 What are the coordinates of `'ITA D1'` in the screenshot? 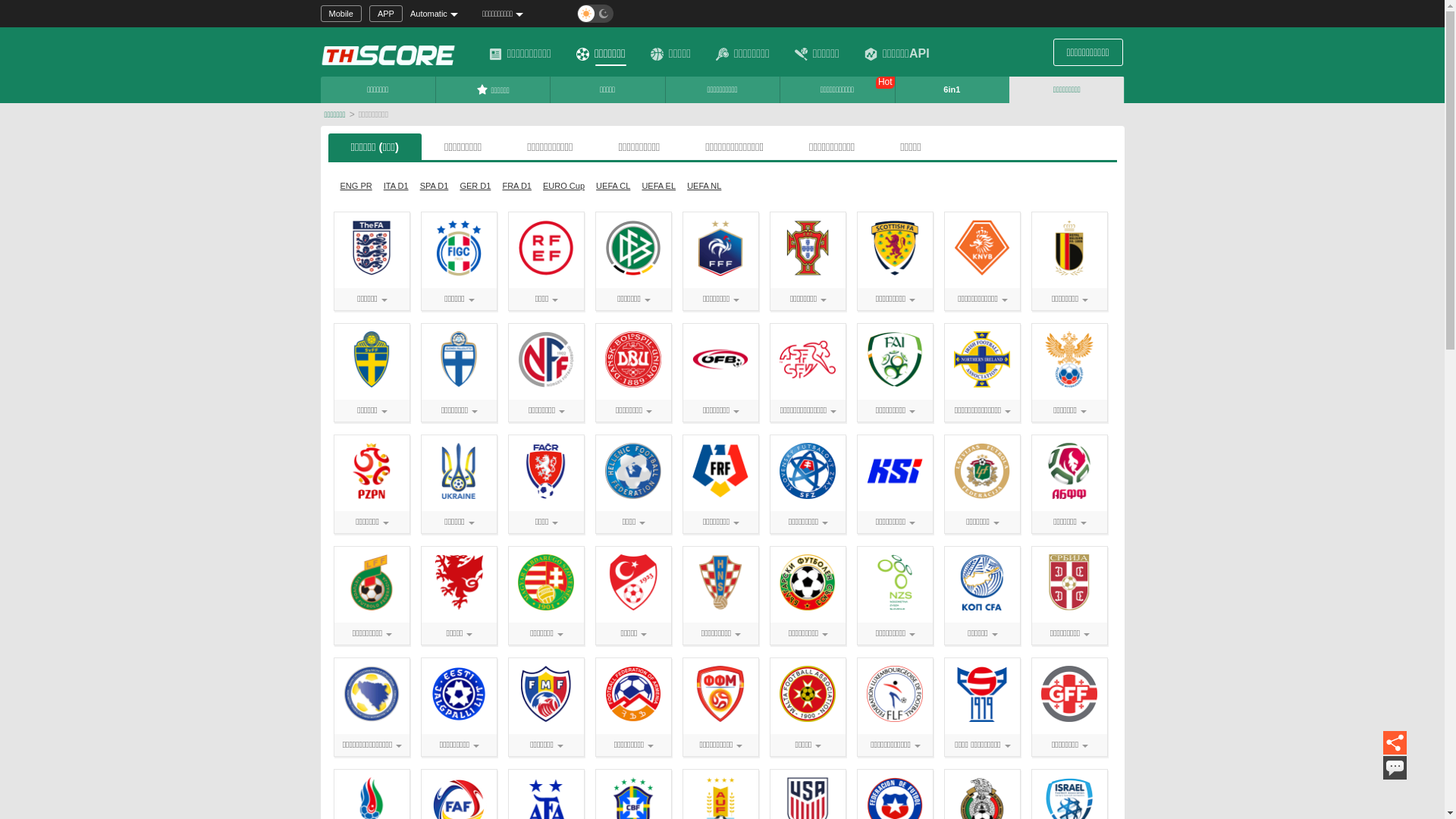 It's located at (396, 185).